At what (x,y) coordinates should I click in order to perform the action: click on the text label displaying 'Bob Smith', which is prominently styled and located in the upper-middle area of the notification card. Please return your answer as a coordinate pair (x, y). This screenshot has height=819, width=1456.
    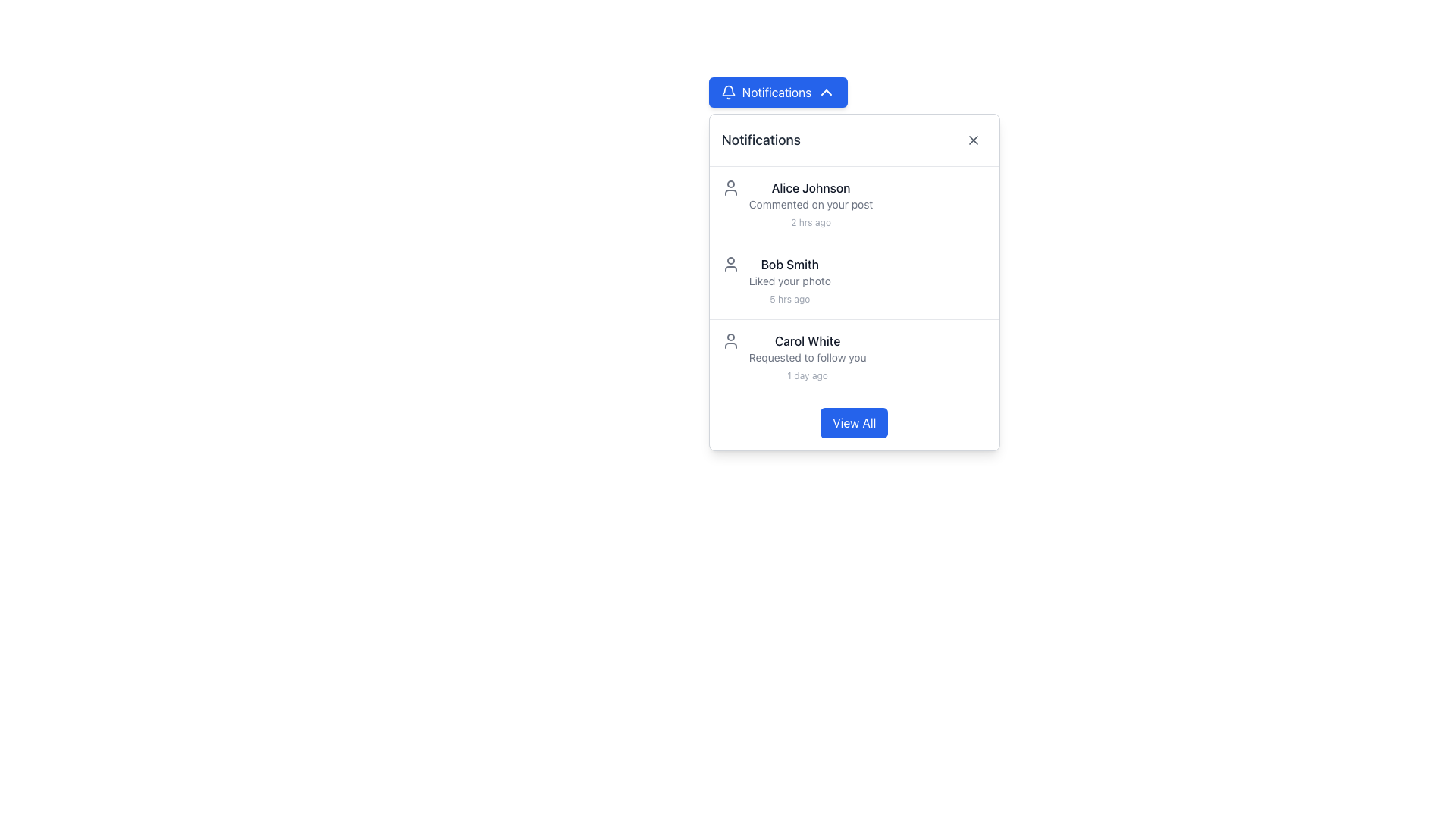
    Looking at the image, I should click on (789, 263).